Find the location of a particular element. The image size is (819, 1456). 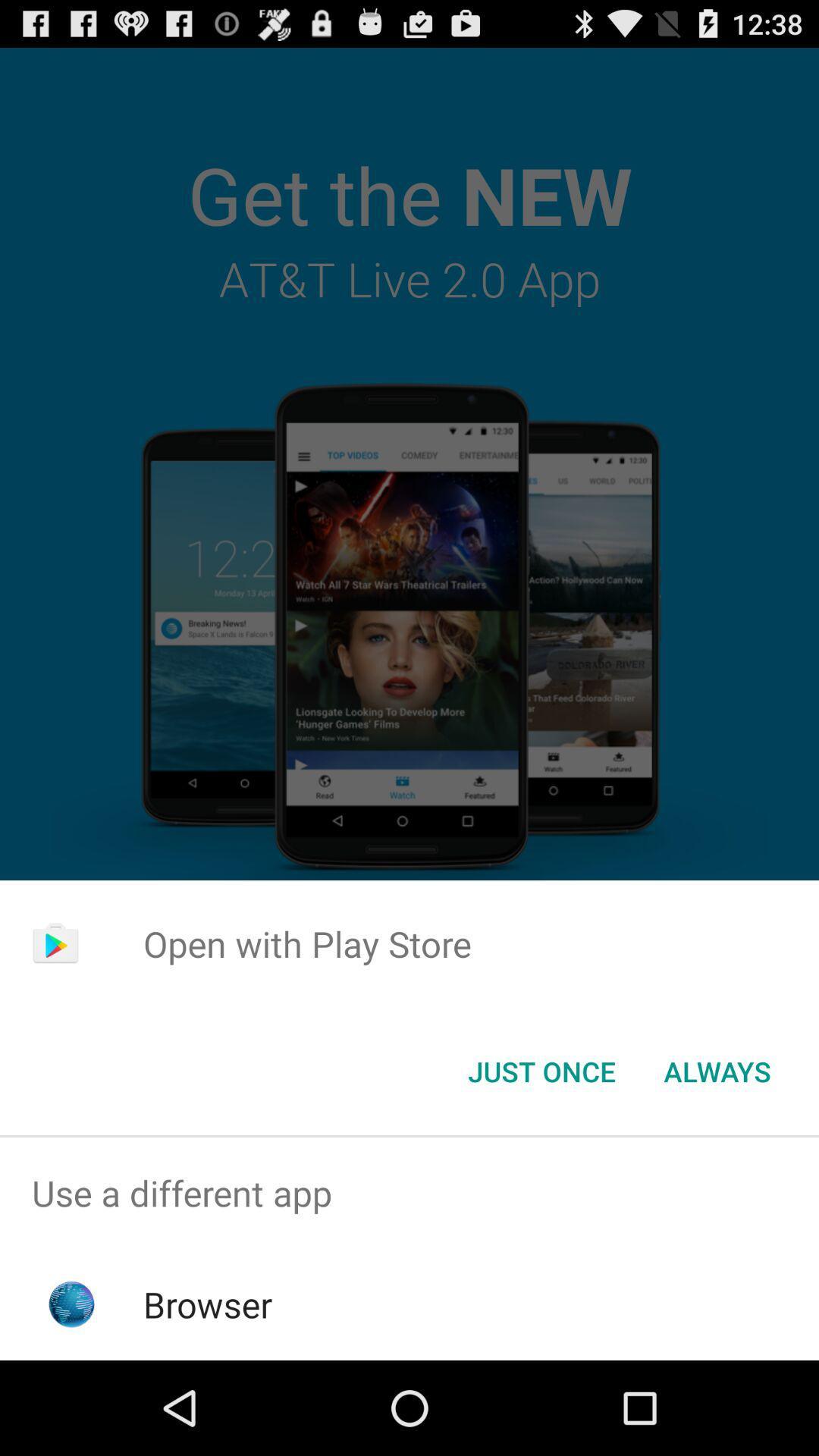

browser item is located at coordinates (208, 1304).